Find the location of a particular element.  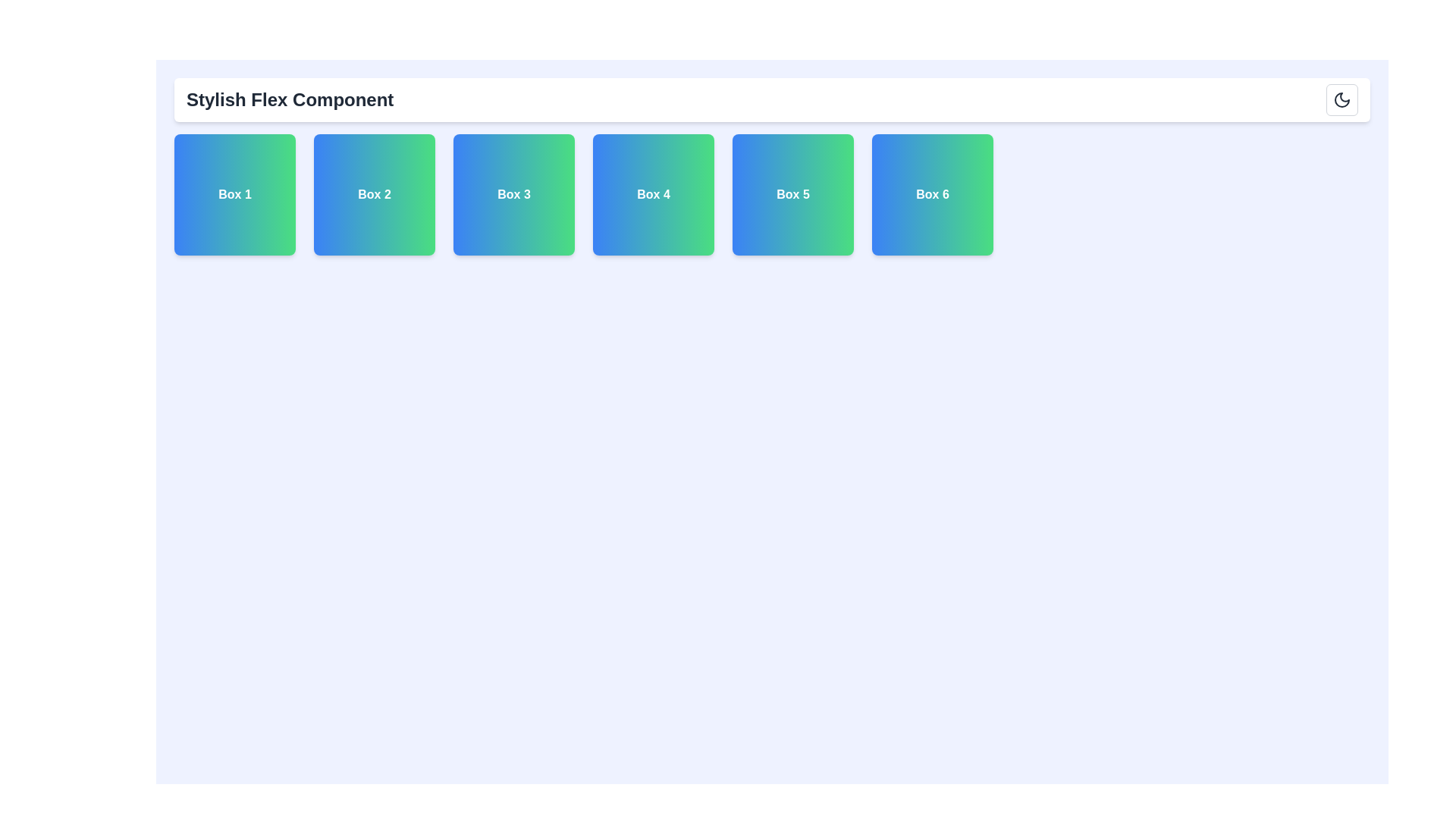

the interactive visual box labeled 'Box 2' with a gradient background transitioning from blue to green is located at coordinates (375, 194).